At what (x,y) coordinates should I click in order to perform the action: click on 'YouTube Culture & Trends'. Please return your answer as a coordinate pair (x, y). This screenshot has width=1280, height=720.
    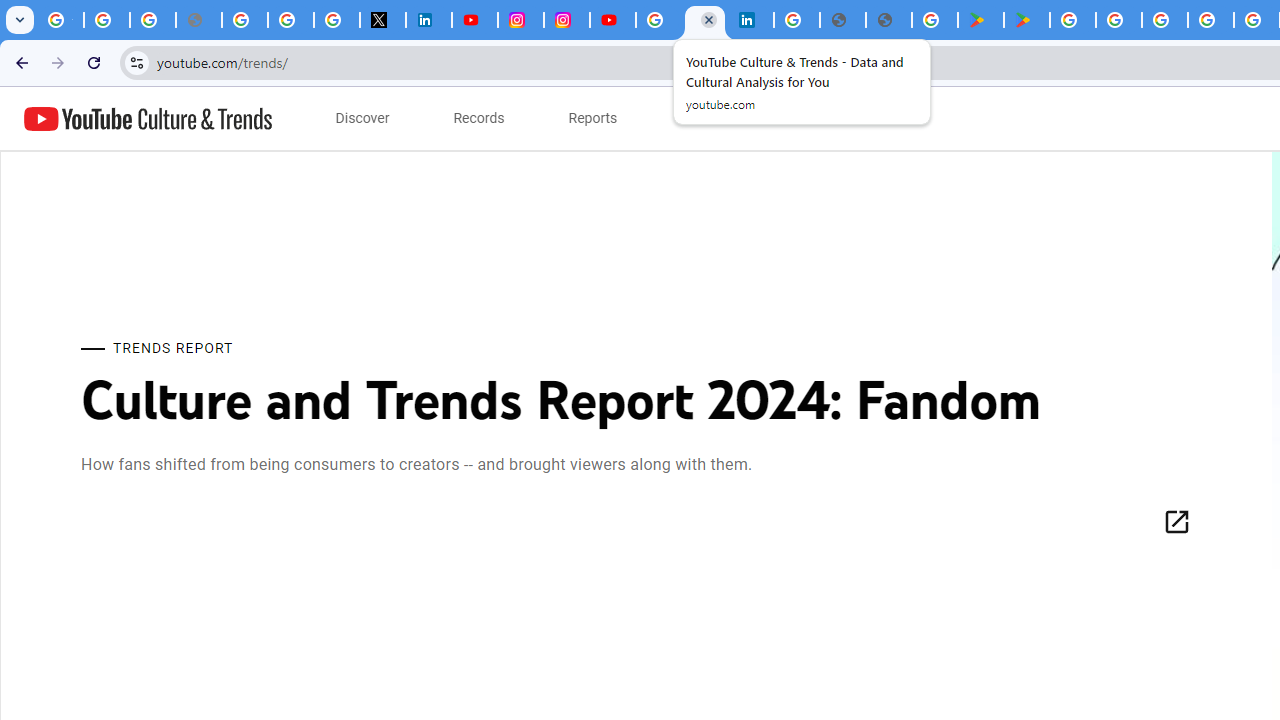
    Looking at the image, I should click on (146, 118).